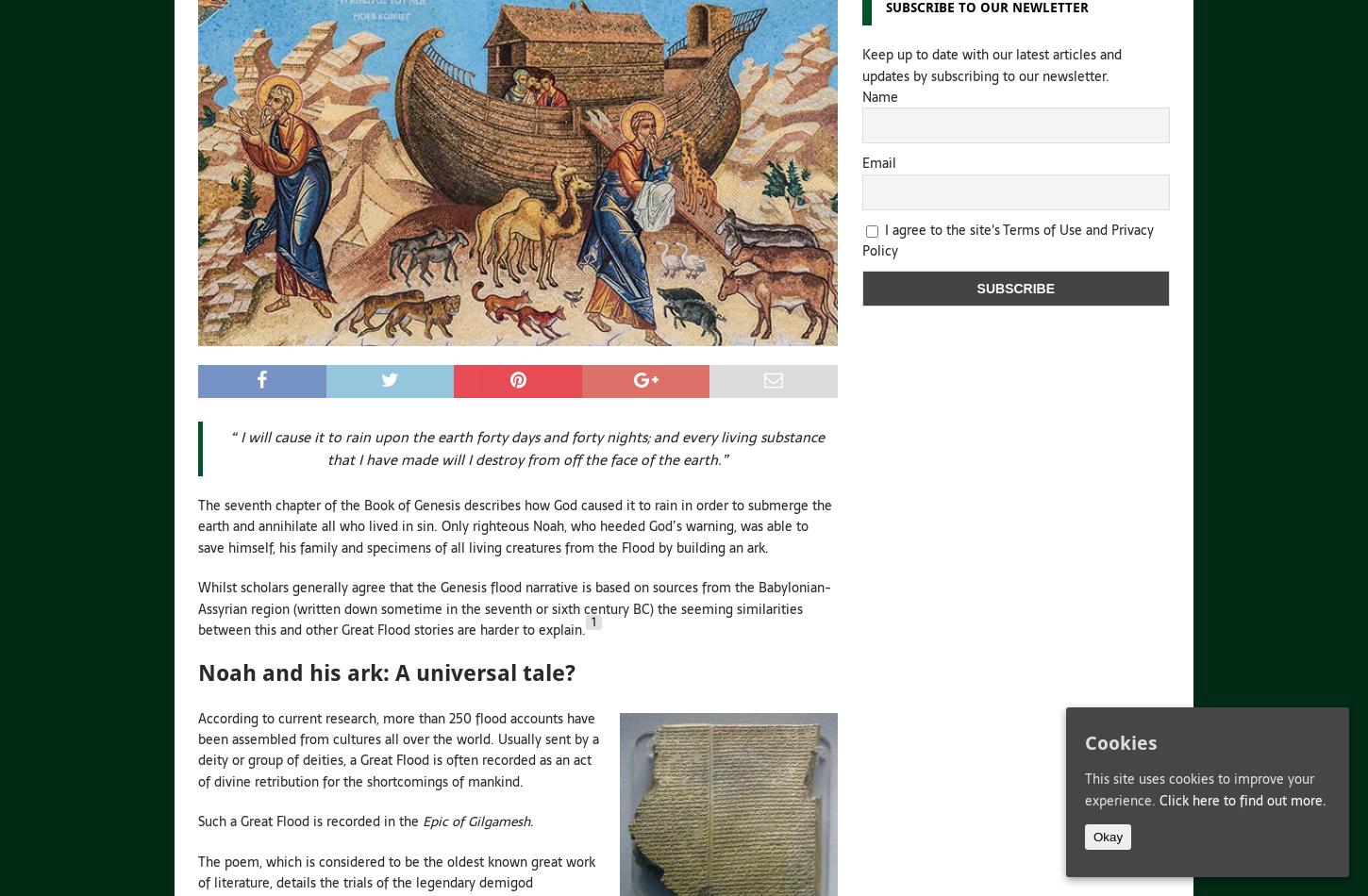 This screenshot has width=1368, height=896. Describe the element at coordinates (877, 162) in the screenshot. I see `'Email'` at that location.